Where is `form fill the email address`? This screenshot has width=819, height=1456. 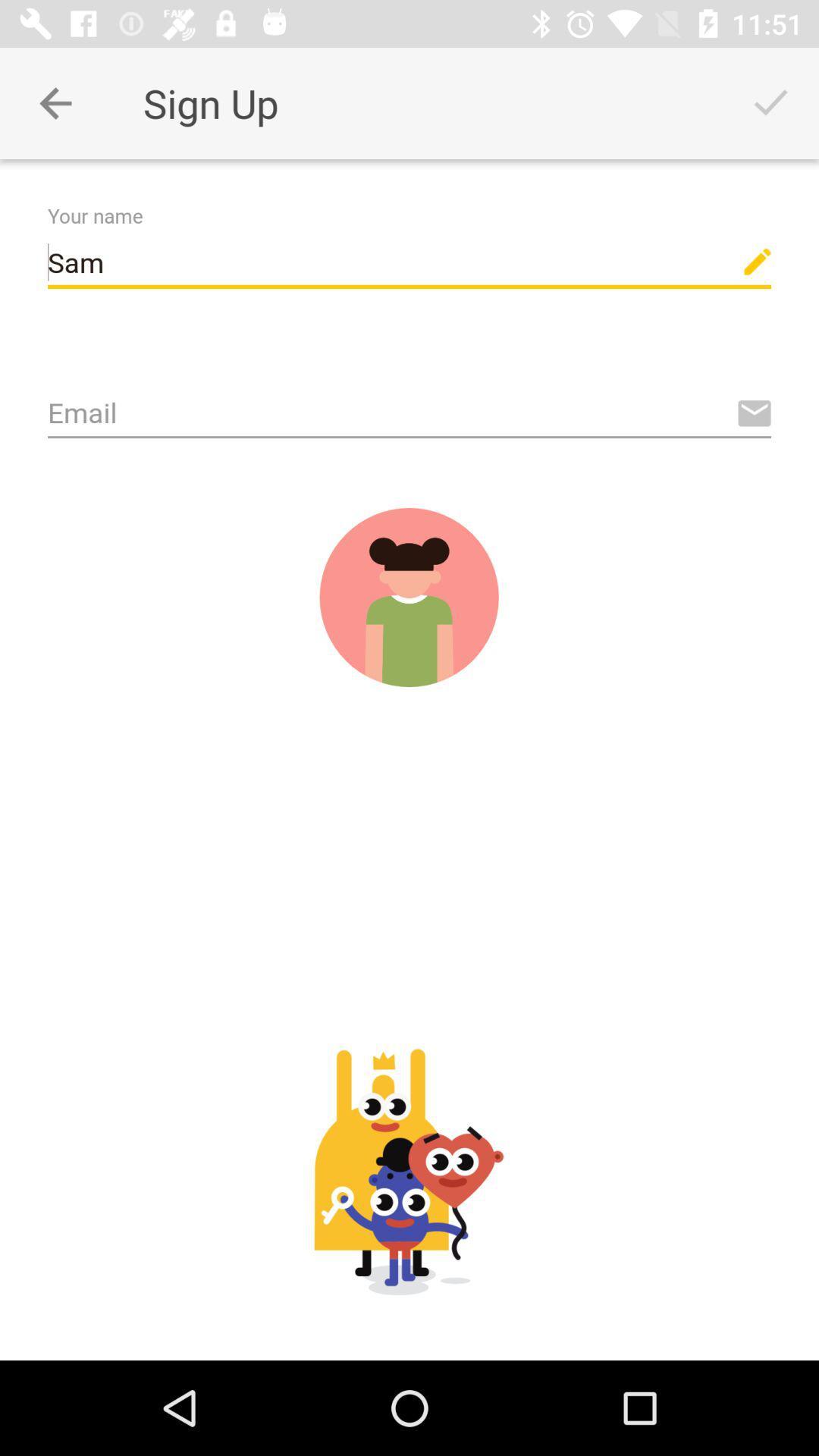 form fill the email address is located at coordinates (409, 414).